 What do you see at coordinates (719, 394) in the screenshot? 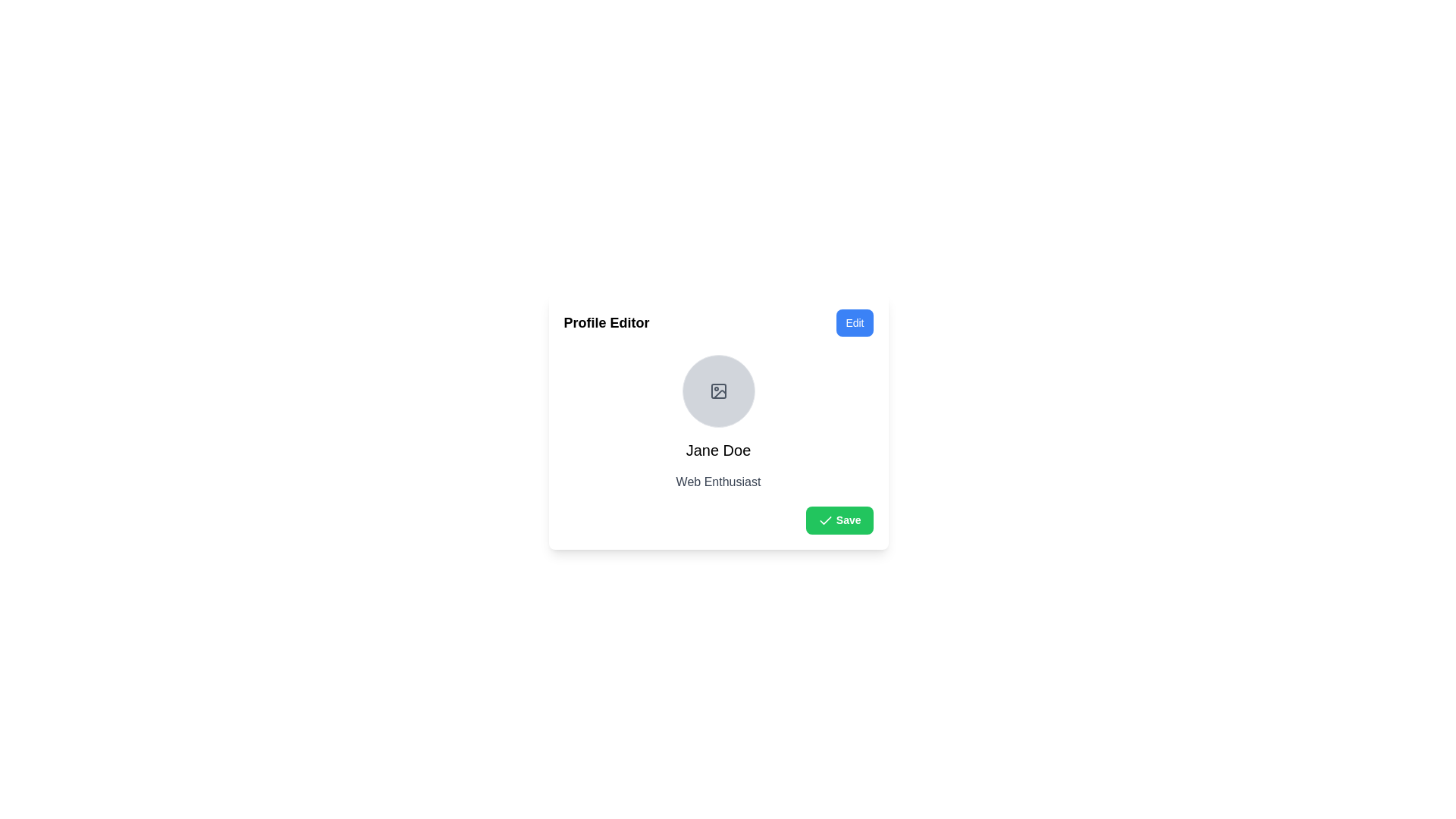
I see `the vector graphic icon resembling a placeholder image located in the profile section above the text 'Jane Doe' and 'Web Enthusiast'` at bounding box center [719, 394].